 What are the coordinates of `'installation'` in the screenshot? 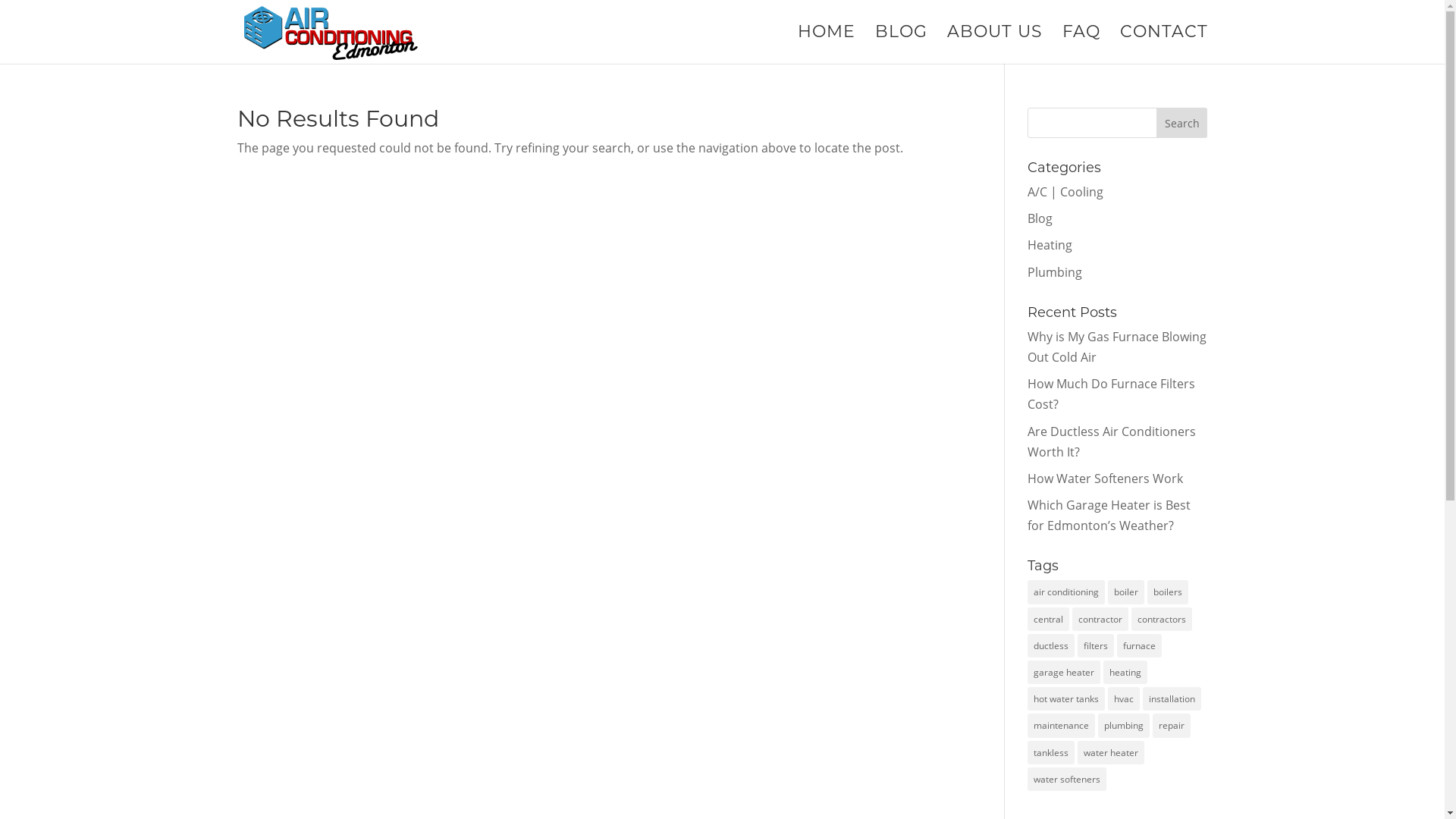 It's located at (1171, 698).